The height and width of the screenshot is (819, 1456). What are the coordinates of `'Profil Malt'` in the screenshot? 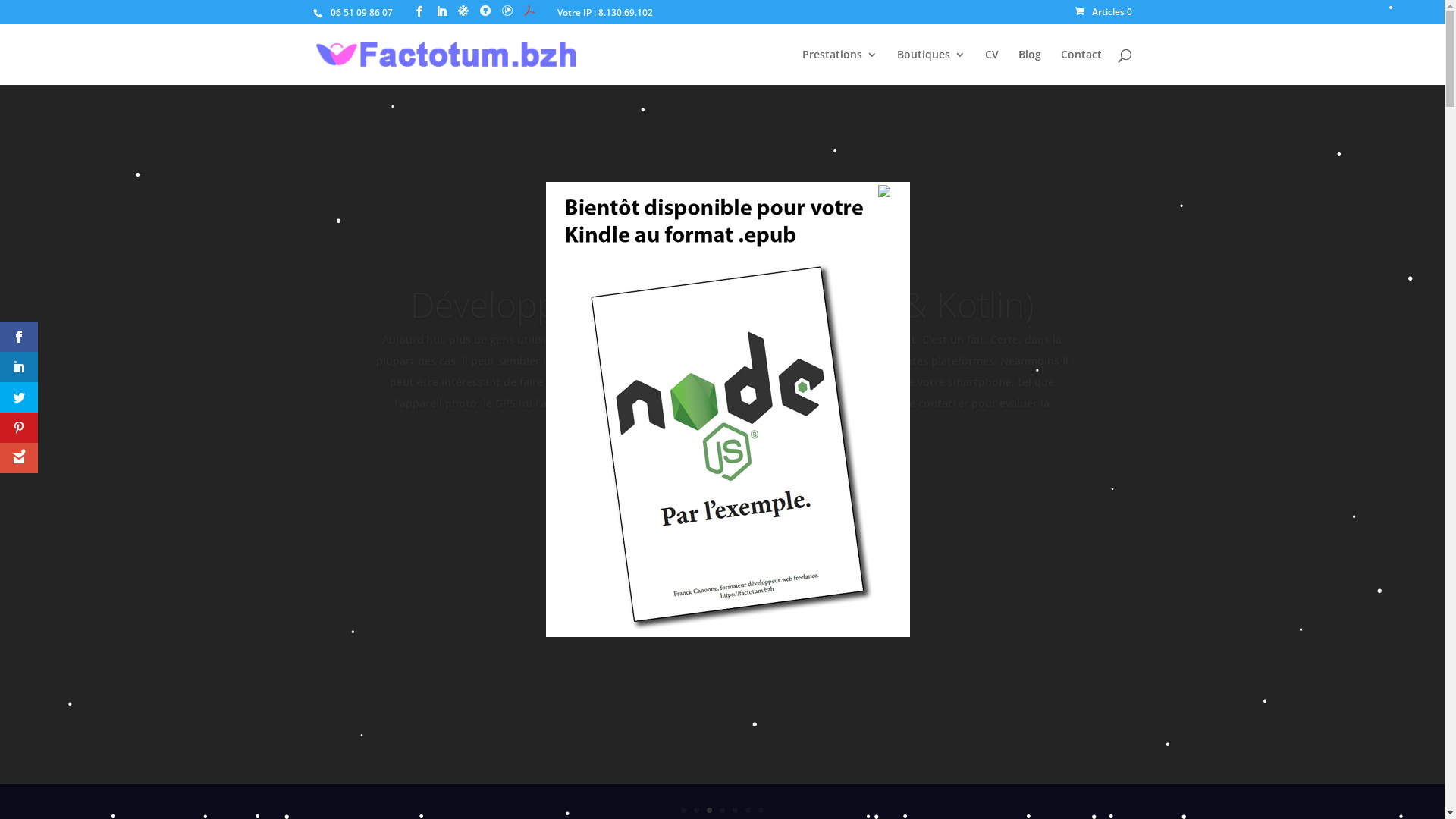 It's located at (462, 11).